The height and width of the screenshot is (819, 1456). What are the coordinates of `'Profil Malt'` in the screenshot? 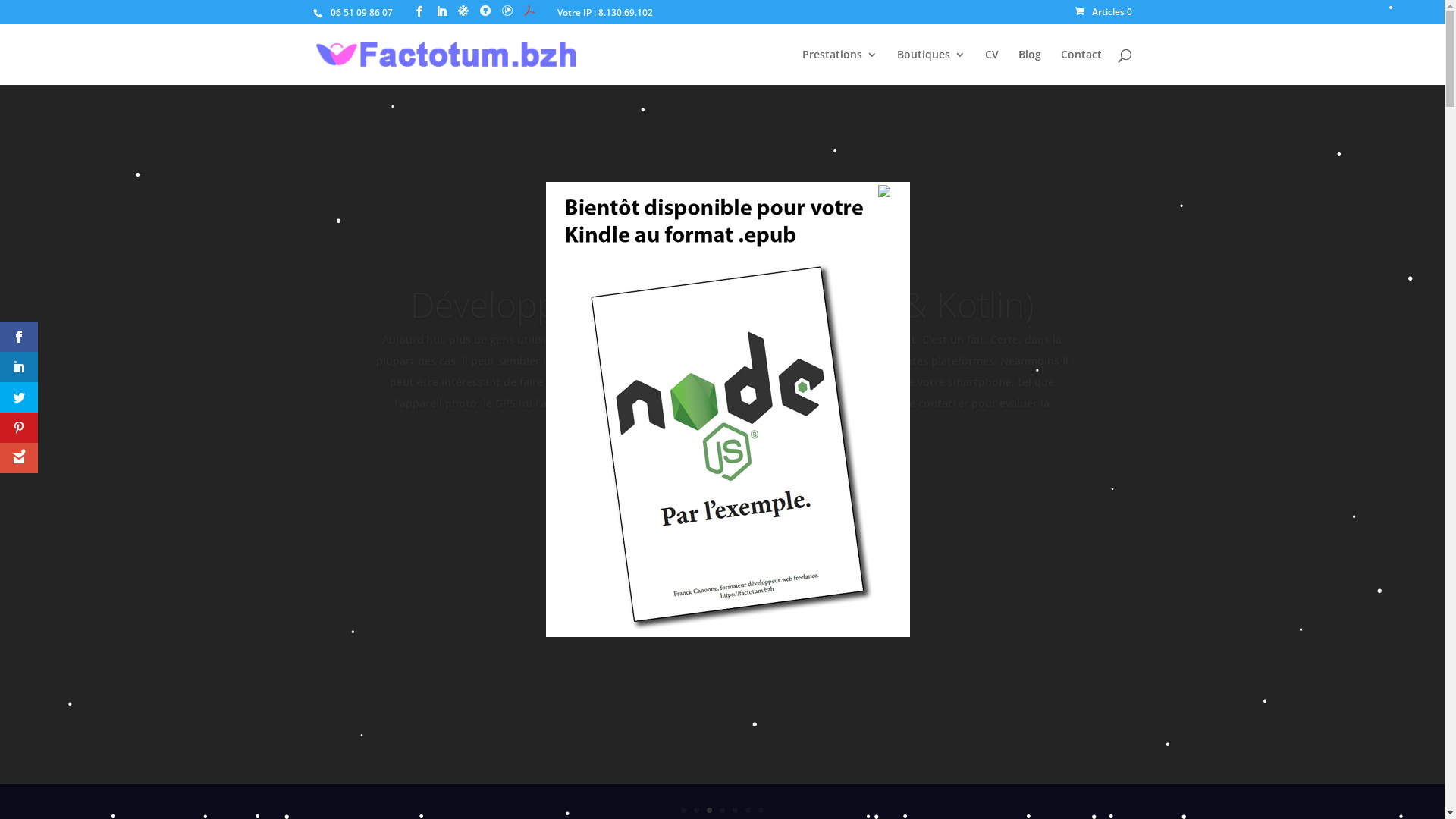 It's located at (462, 11).